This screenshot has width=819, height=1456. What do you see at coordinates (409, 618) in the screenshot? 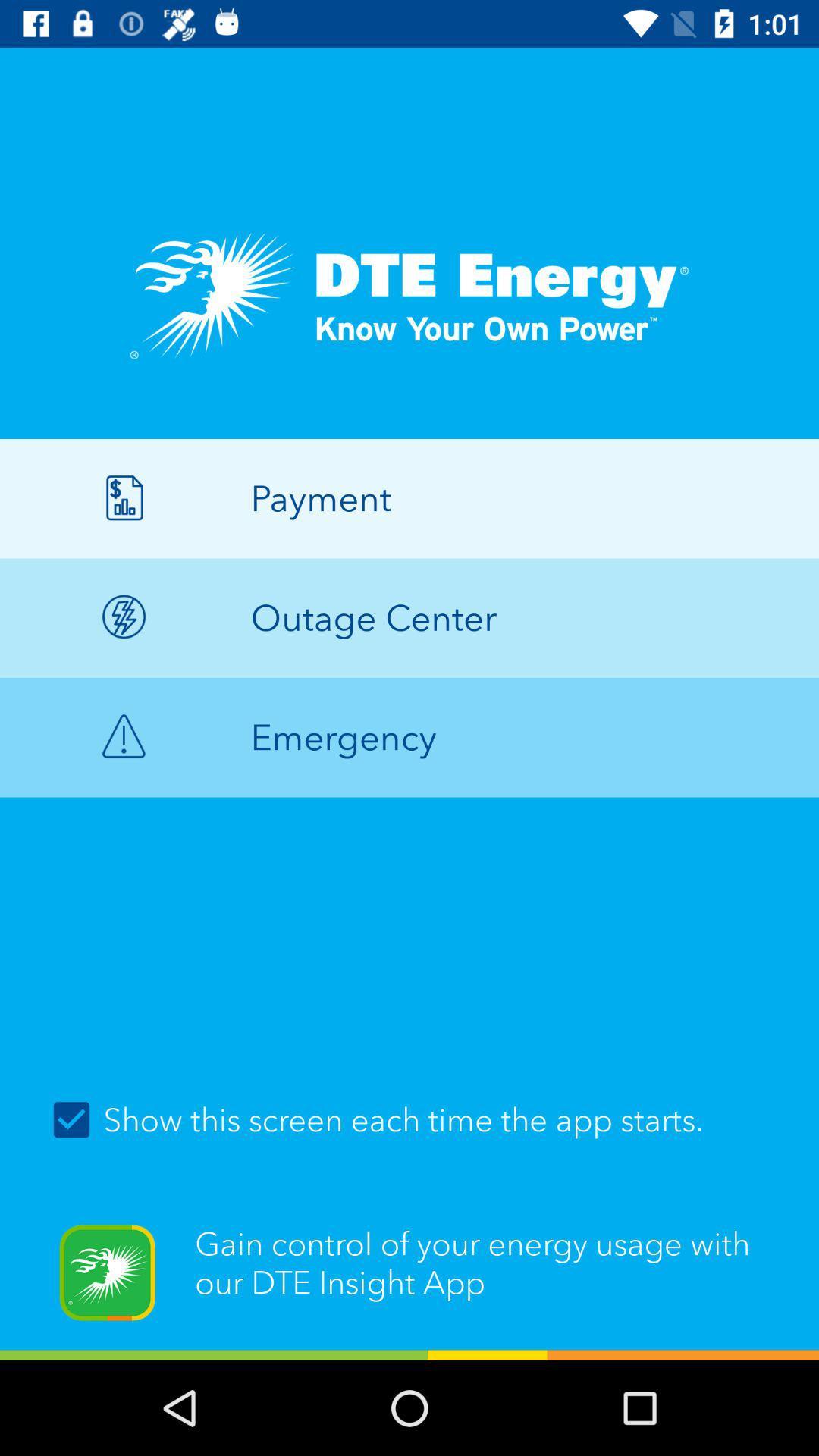
I see `the icon below the payment icon` at bounding box center [409, 618].